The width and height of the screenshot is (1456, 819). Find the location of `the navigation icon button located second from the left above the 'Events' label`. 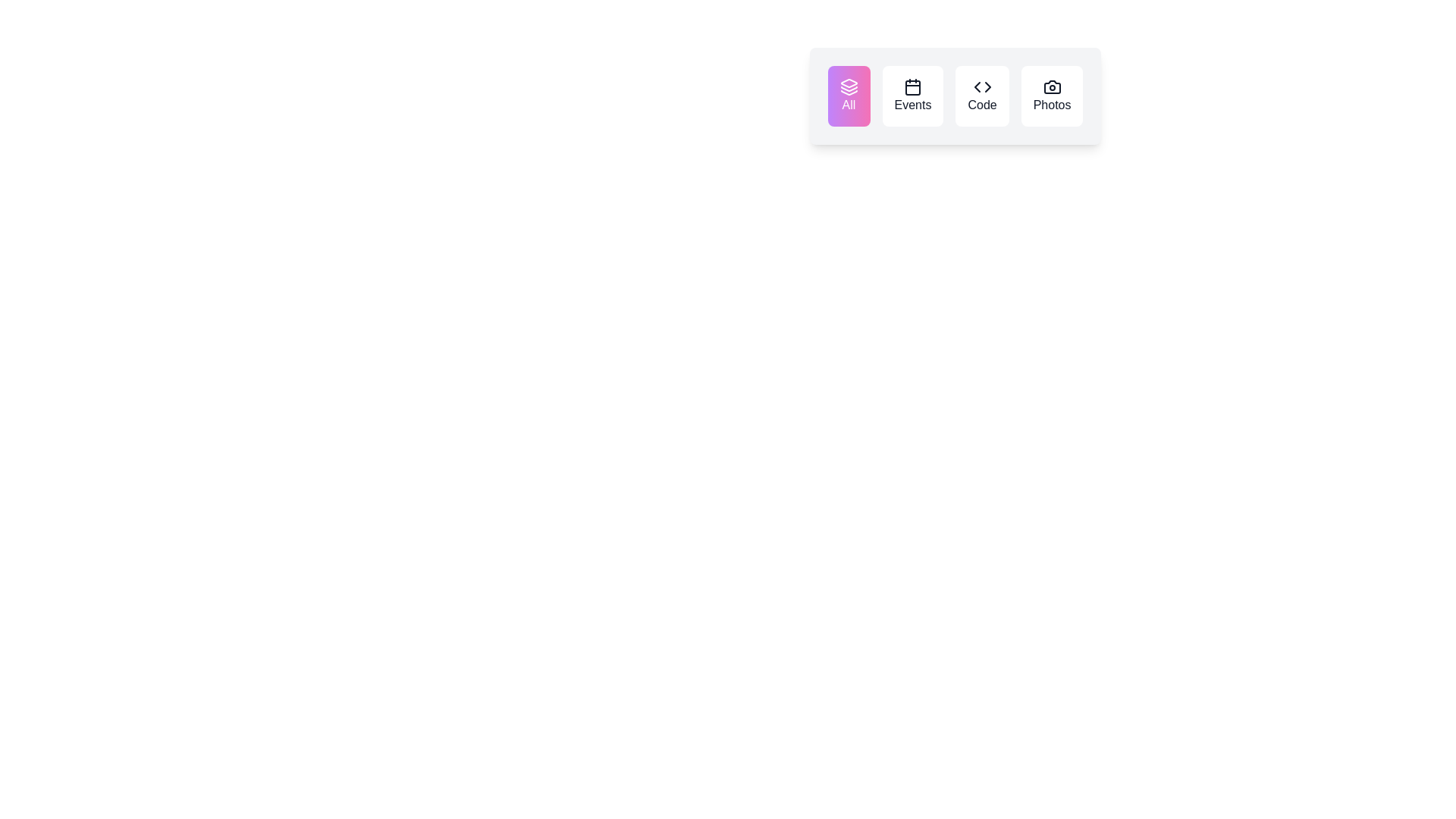

the navigation icon button located second from the left above the 'Events' label is located at coordinates (912, 87).